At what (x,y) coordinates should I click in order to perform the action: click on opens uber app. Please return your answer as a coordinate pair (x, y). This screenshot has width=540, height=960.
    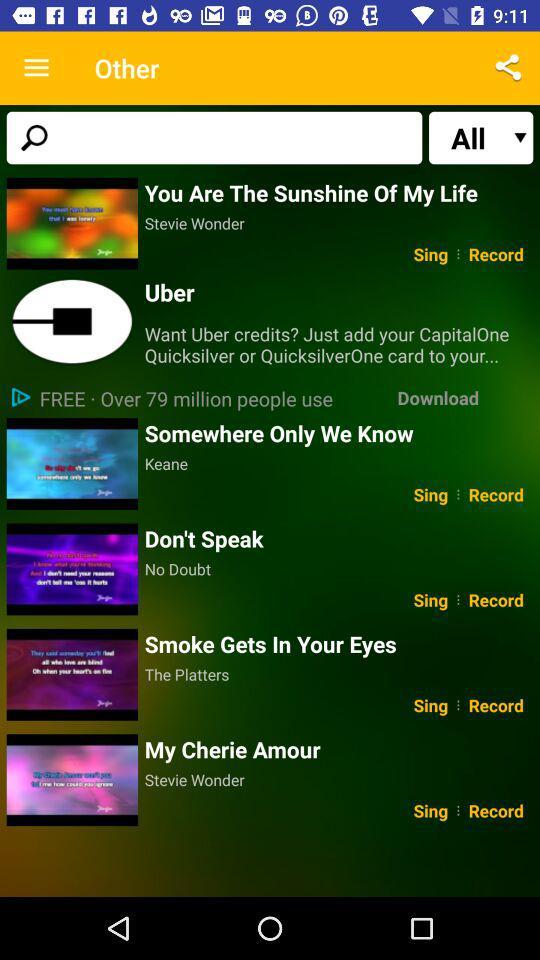
    Looking at the image, I should click on (71, 322).